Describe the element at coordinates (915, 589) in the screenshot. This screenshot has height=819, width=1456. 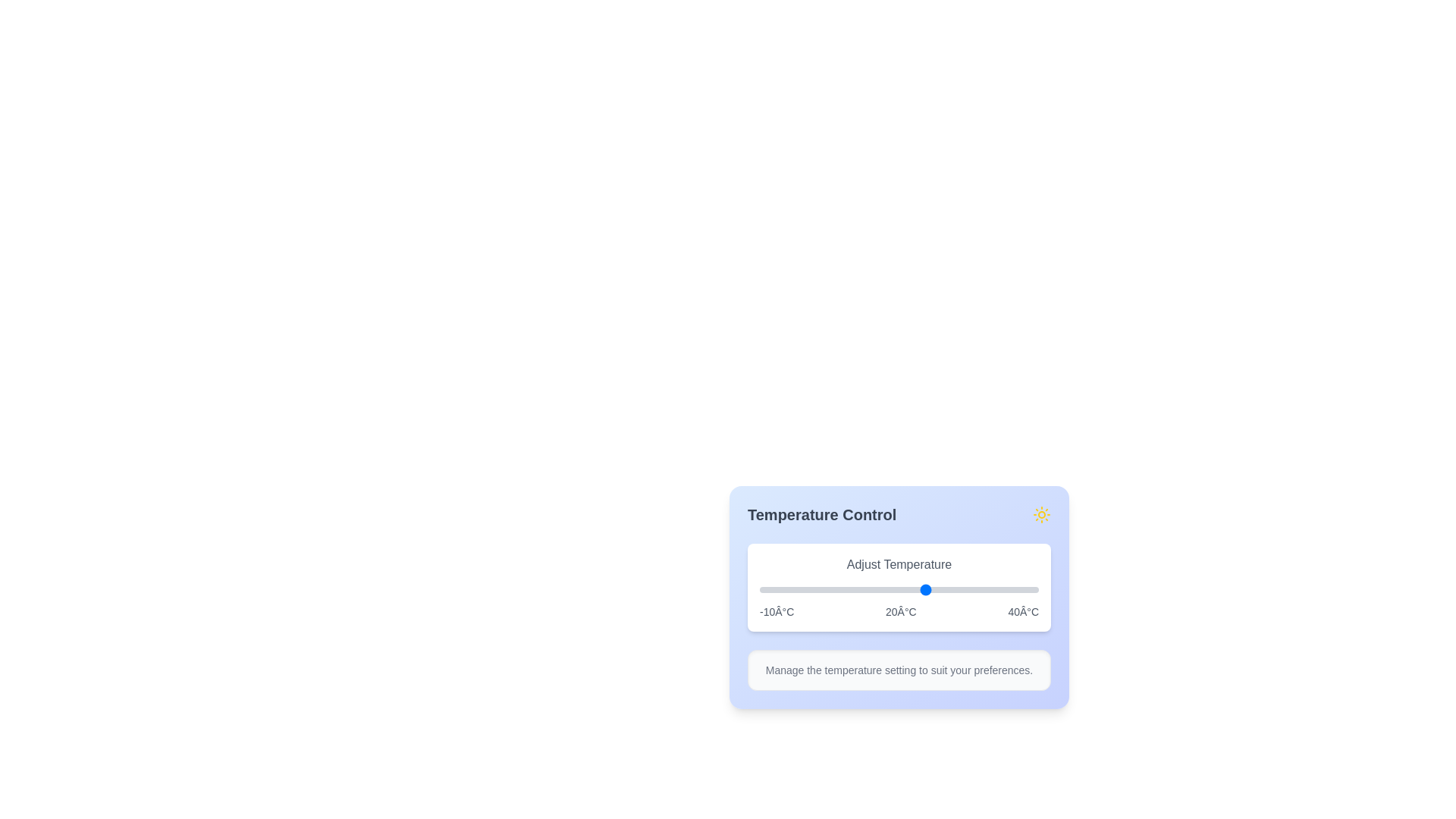
I see `the slider to set the temperature to 18°C` at that location.